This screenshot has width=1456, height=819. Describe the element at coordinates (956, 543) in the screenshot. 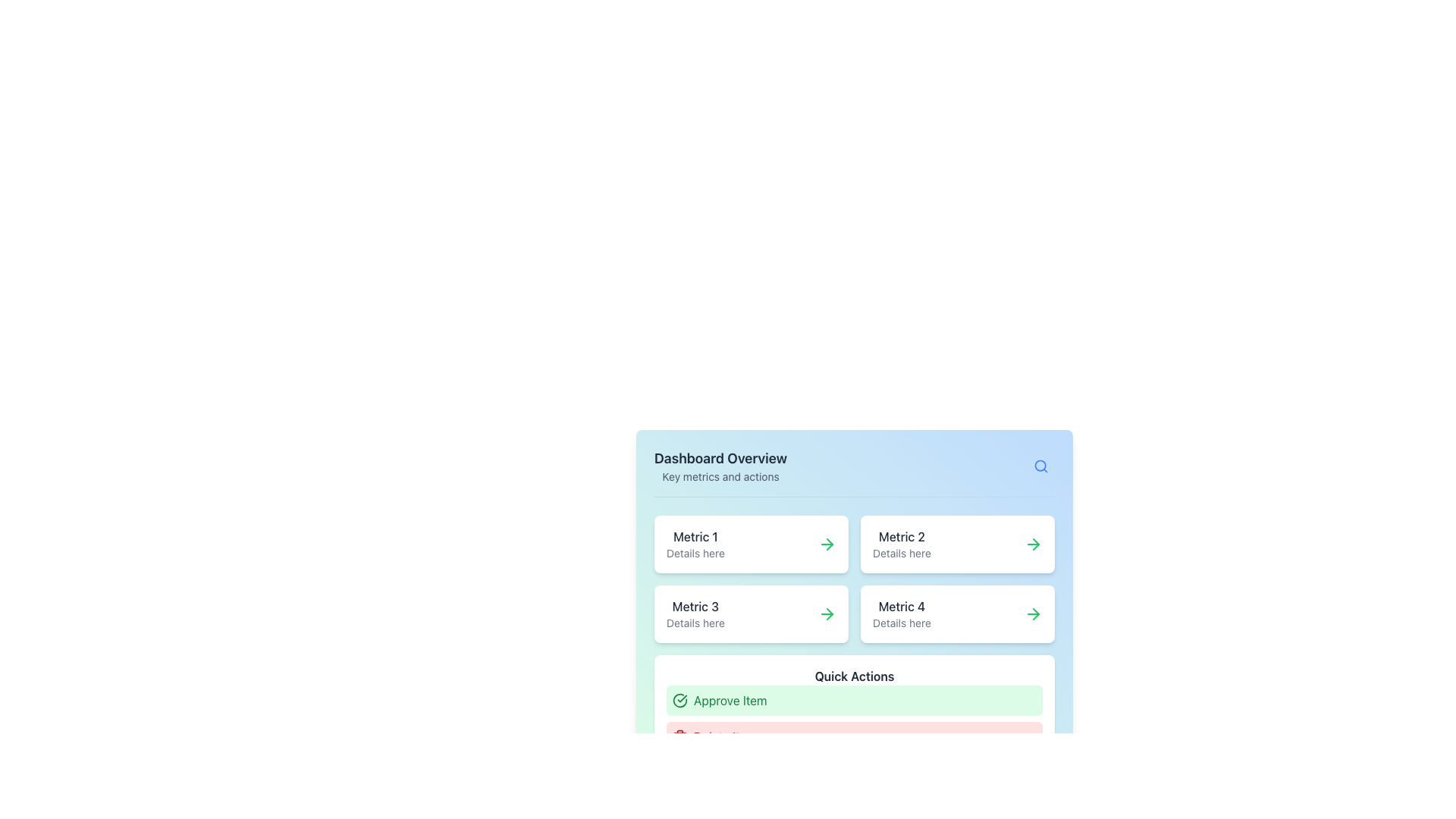

I see `the Informational Card labeled 'Metric 2'` at that location.